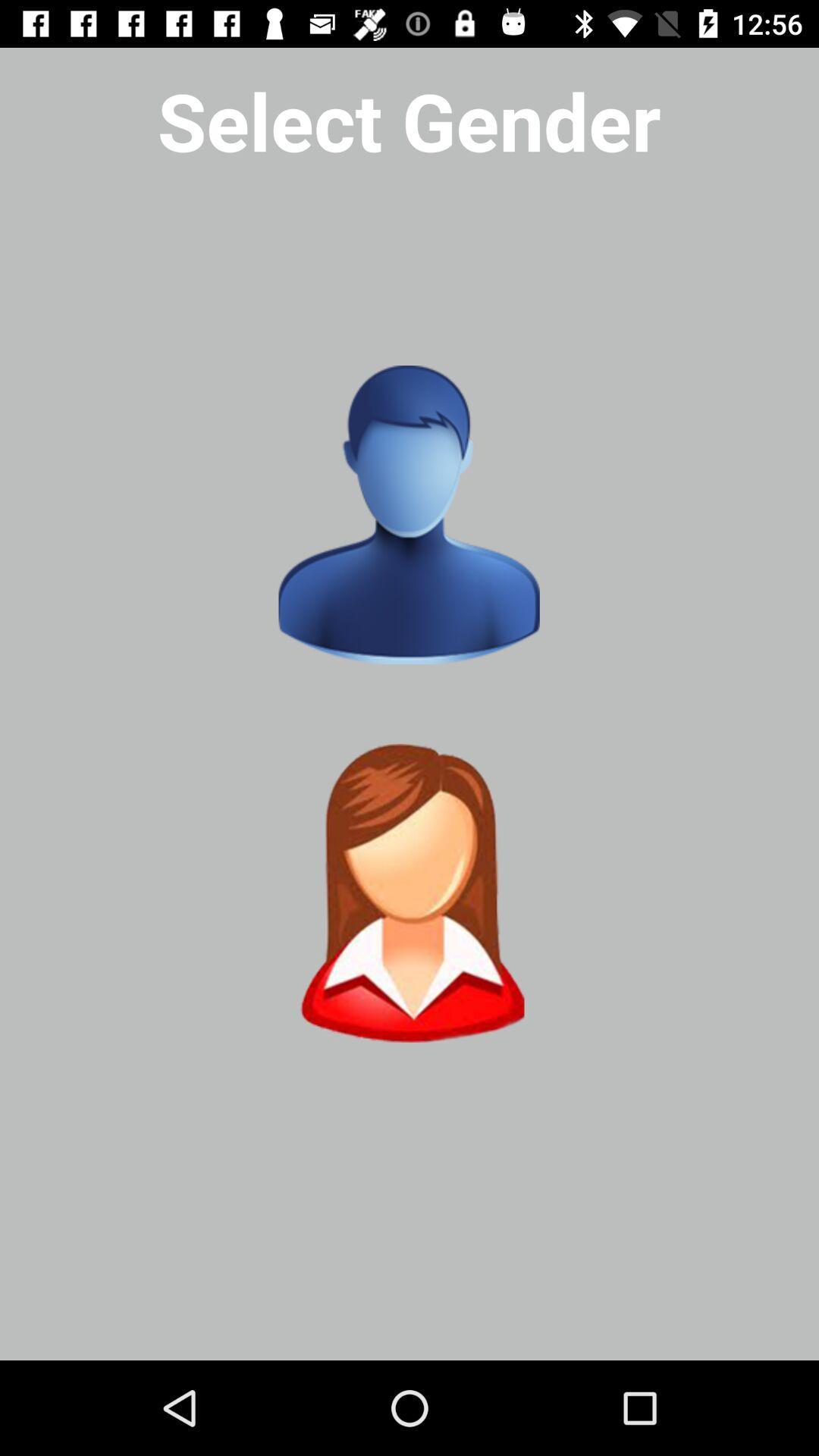  I want to click on female gender option, so click(408, 893).